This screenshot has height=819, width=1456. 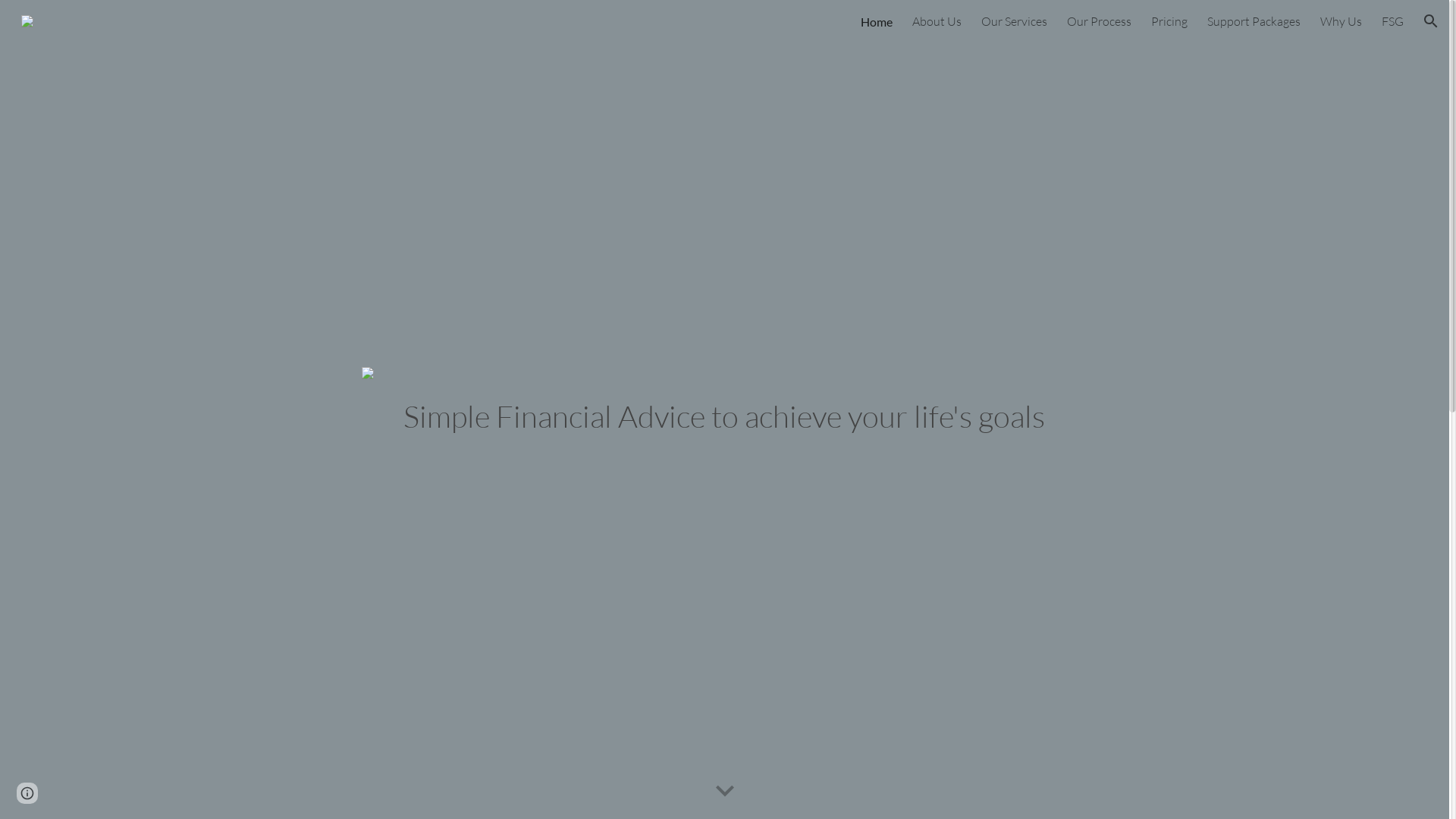 I want to click on 'About Us', so click(x=936, y=20).